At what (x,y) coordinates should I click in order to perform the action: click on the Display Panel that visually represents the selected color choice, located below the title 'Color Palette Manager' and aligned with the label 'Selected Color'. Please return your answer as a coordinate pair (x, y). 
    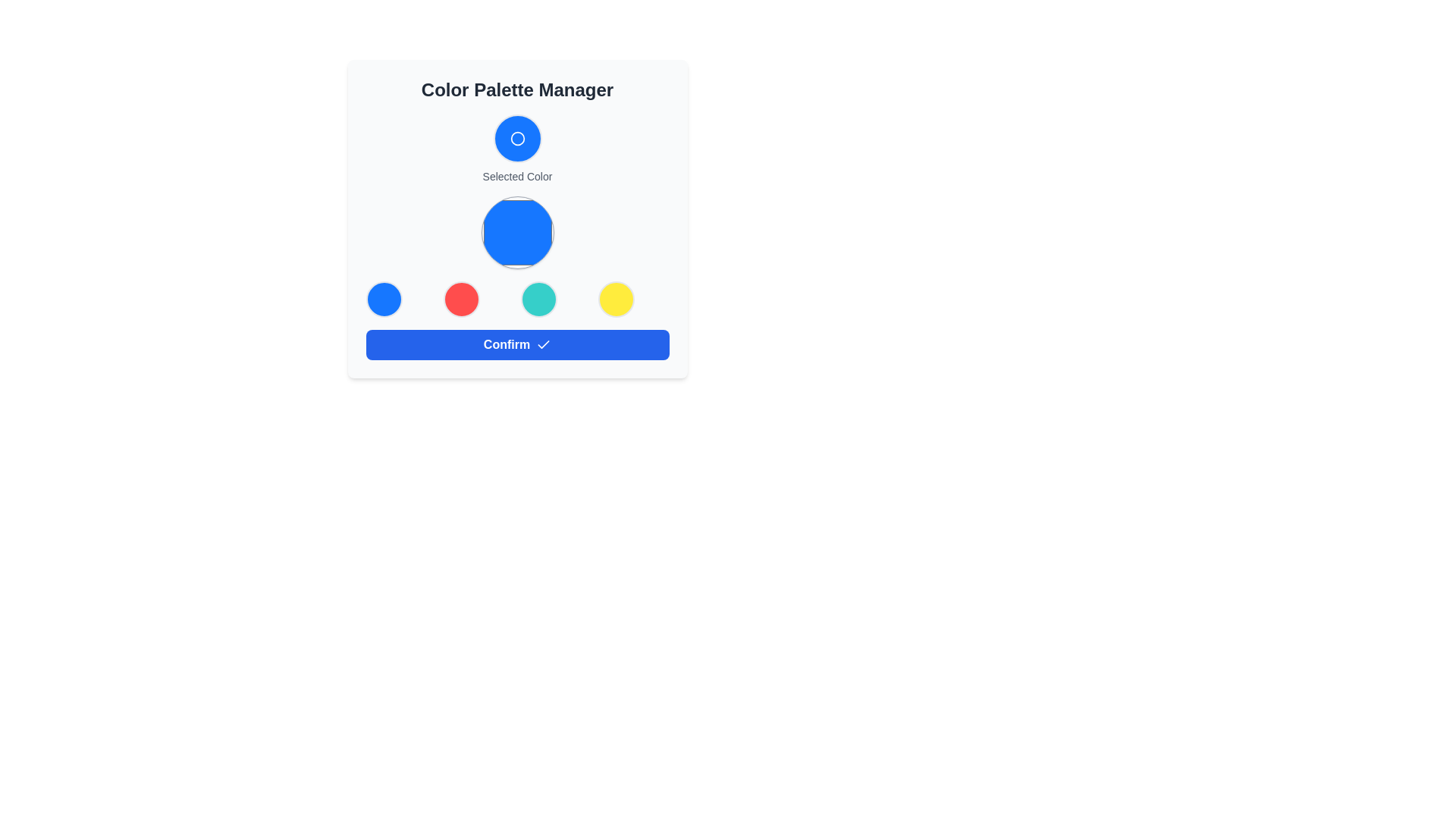
    Looking at the image, I should click on (517, 149).